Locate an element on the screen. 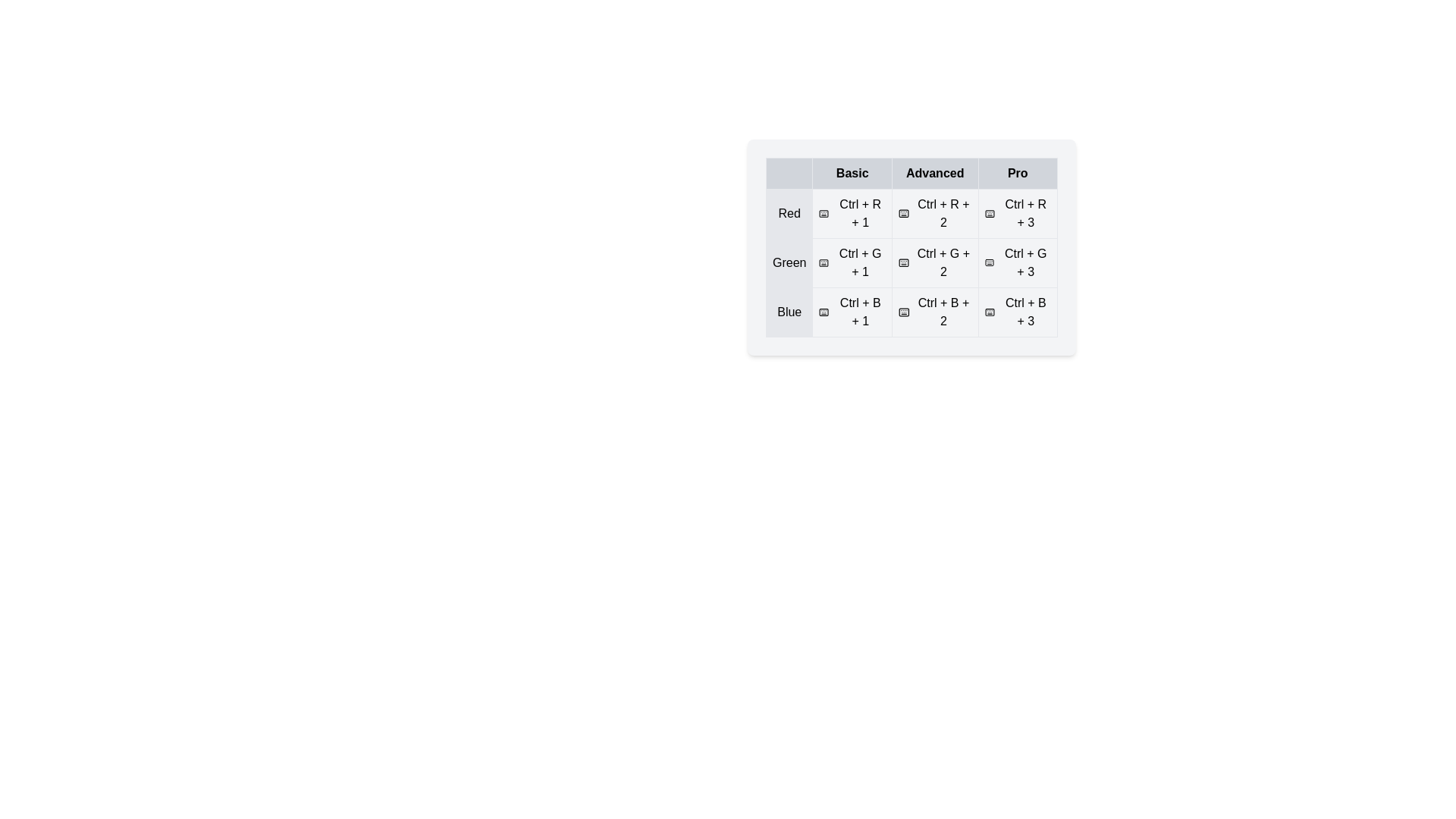 The height and width of the screenshot is (819, 1456). the rectangular graphic icon component representing a keyboard key, which is styled minimally and positioned centrally among similar elements is located at coordinates (990, 312).